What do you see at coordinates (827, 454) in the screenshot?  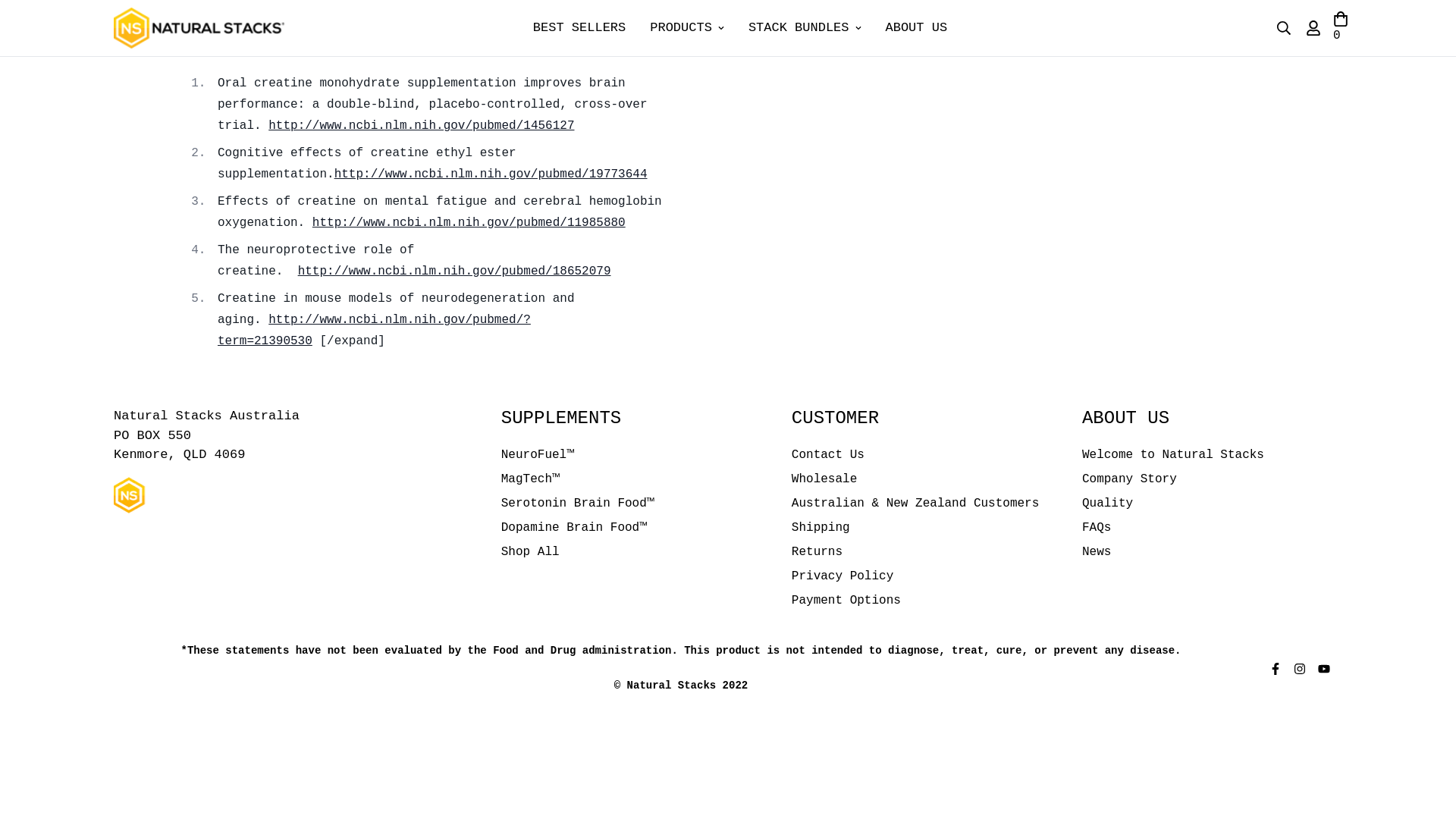 I see `'Contact Us'` at bounding box center [827, 454].